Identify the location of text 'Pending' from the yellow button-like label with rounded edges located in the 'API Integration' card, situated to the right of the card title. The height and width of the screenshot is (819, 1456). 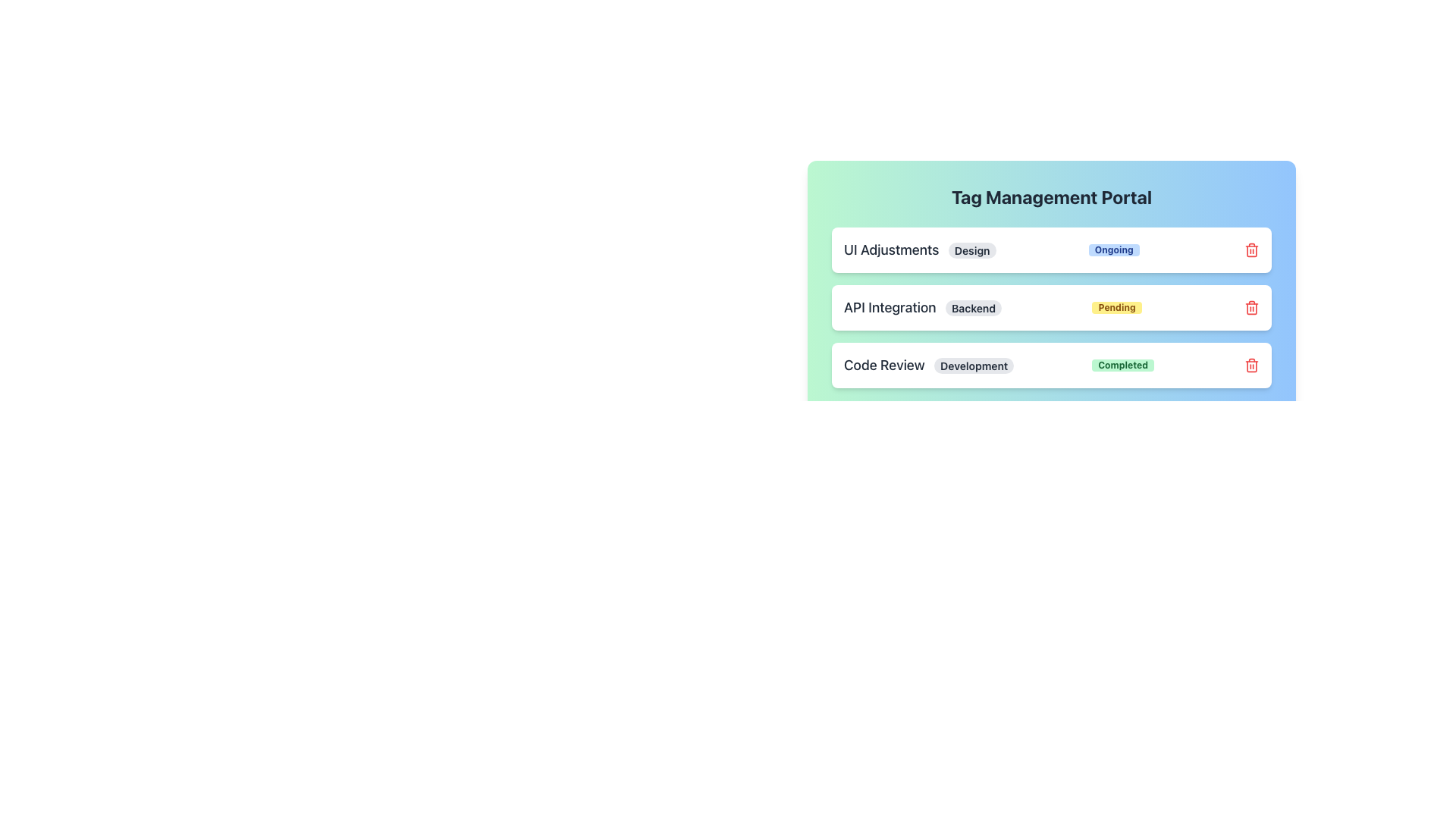
(1117, 307).